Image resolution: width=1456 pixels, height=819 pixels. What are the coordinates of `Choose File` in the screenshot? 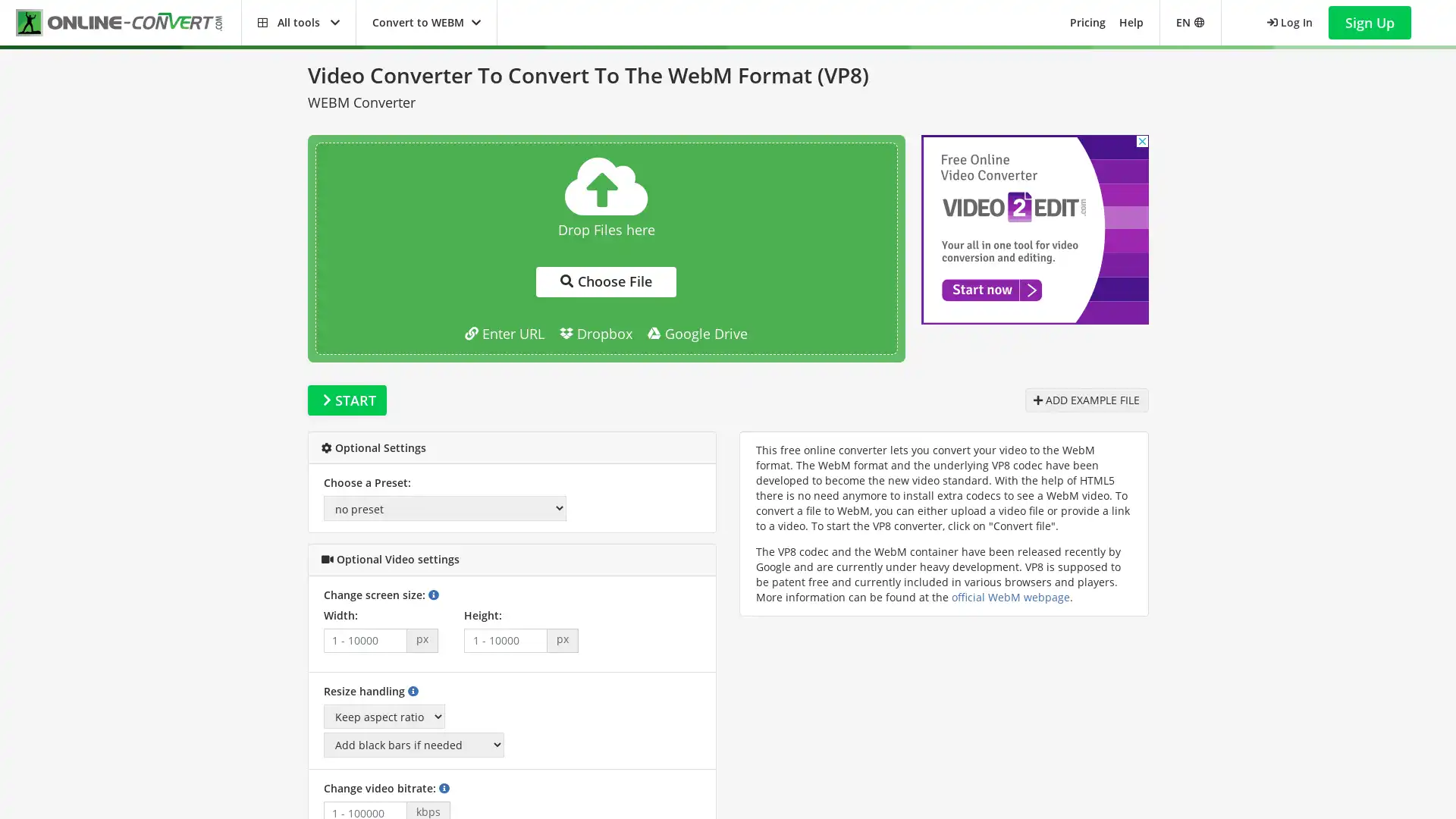 It's located at (605, 281).